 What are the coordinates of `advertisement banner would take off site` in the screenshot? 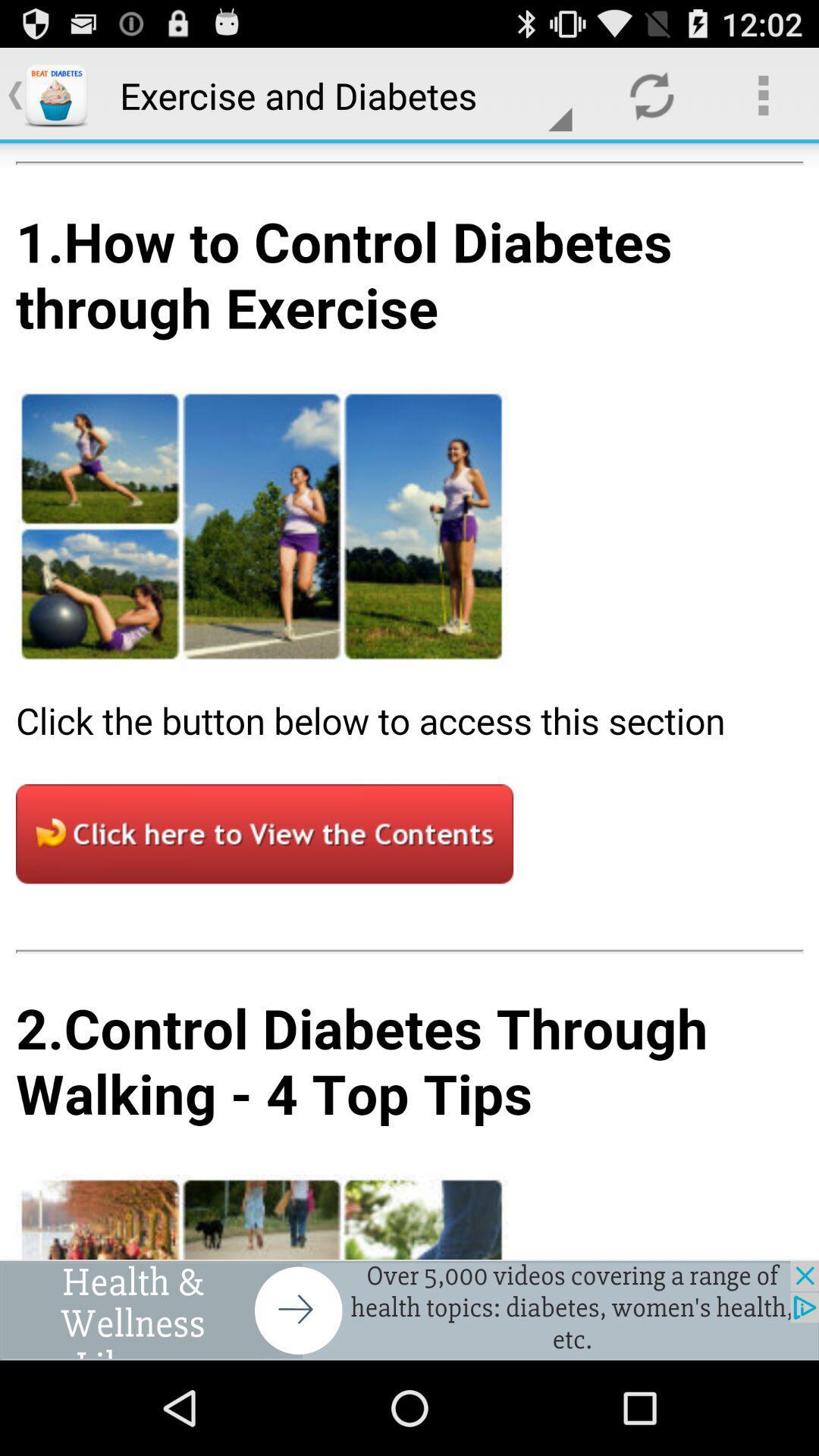 It's located at (409, 1310).